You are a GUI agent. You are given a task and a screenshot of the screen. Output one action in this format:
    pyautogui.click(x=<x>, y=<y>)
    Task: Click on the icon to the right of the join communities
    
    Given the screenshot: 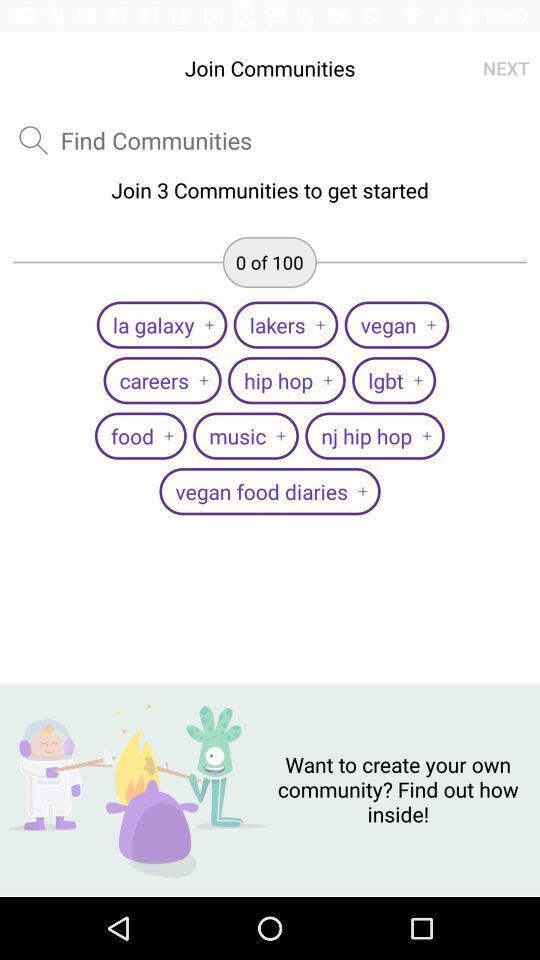 What is the action you would take?
    pyautogui.click(x=505, y=68)
    